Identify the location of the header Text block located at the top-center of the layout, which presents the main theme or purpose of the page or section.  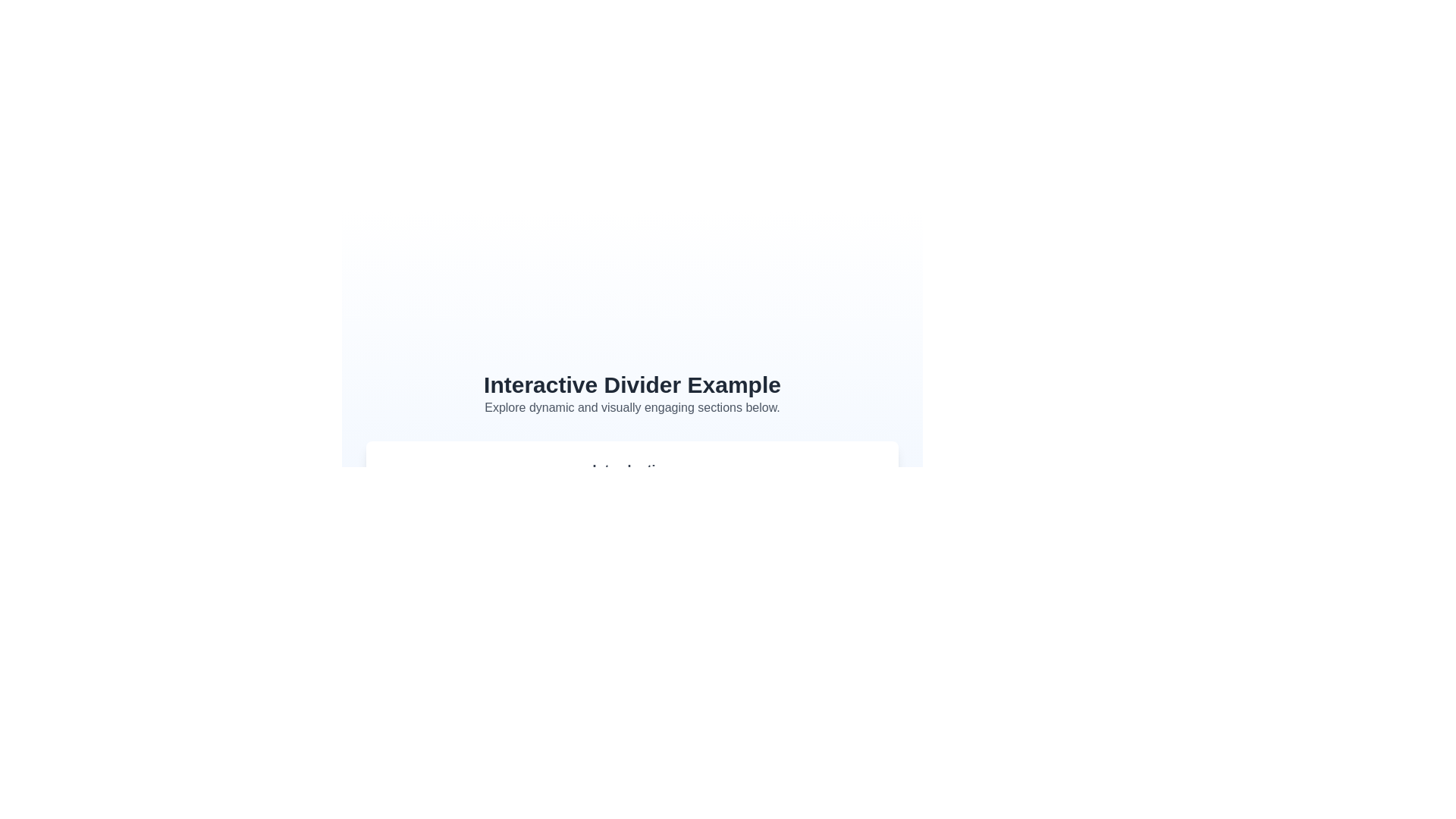
(632, 393).